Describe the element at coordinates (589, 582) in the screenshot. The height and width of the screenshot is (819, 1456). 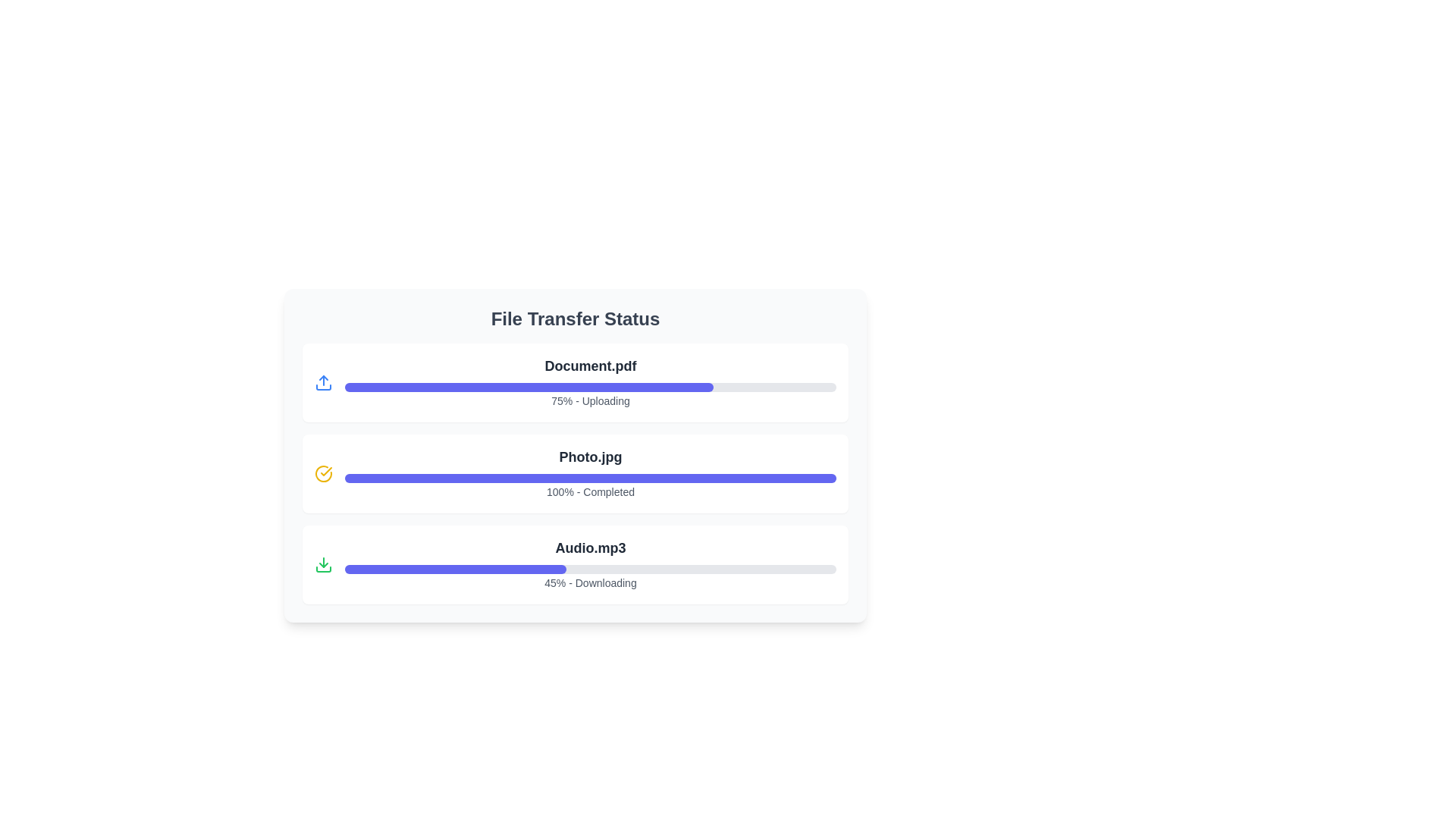
I see `the Text Display element that shows the file transfer progress for 'Audio.mp3', located beneath its label and progress bar in the file transfer status interface` at that location.